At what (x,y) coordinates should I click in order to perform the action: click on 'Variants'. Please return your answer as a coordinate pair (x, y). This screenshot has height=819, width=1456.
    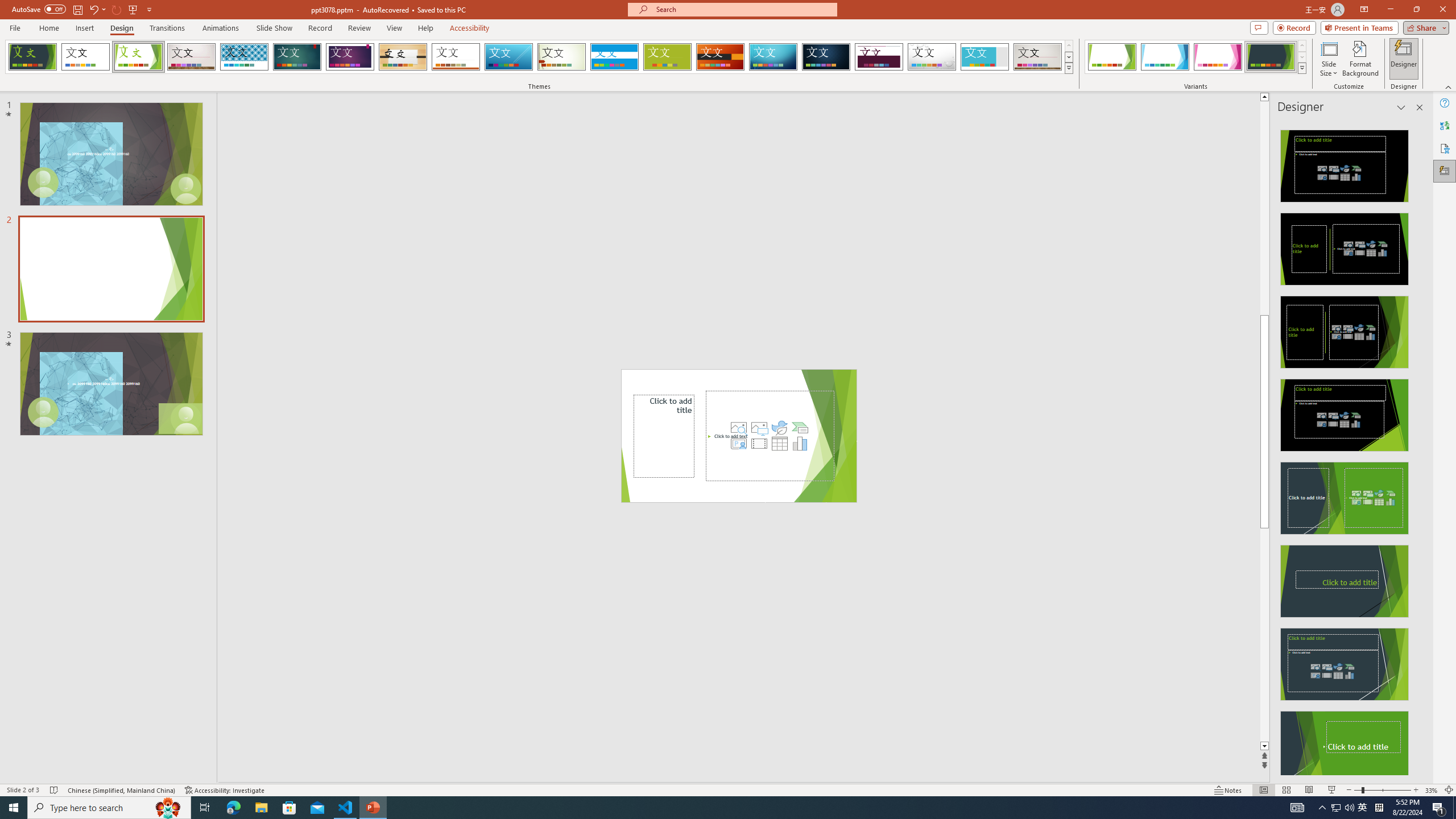
    Looking at the image, I should click on (1301, 67).